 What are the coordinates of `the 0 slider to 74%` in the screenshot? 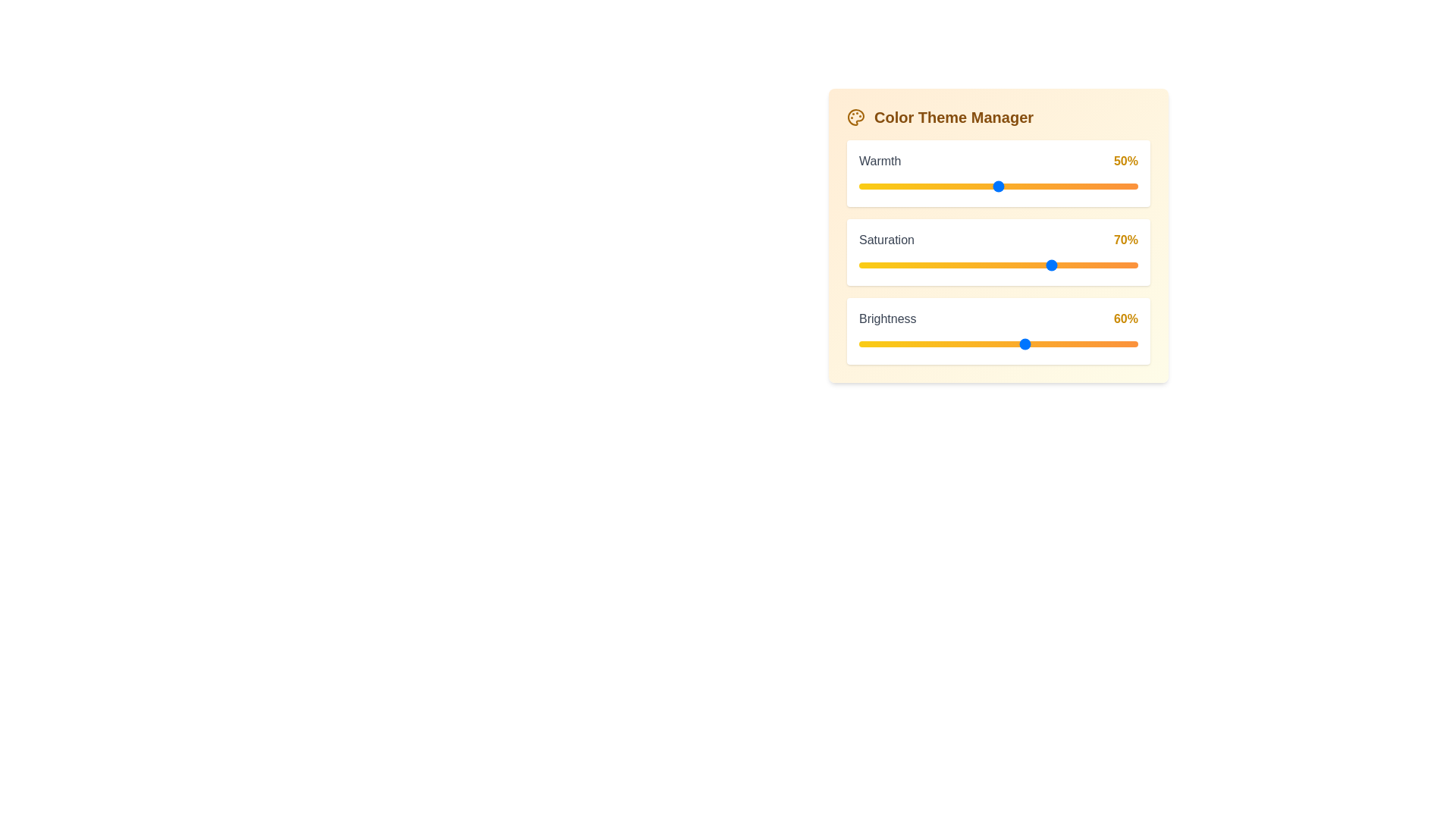 It's located at (1065, 186).